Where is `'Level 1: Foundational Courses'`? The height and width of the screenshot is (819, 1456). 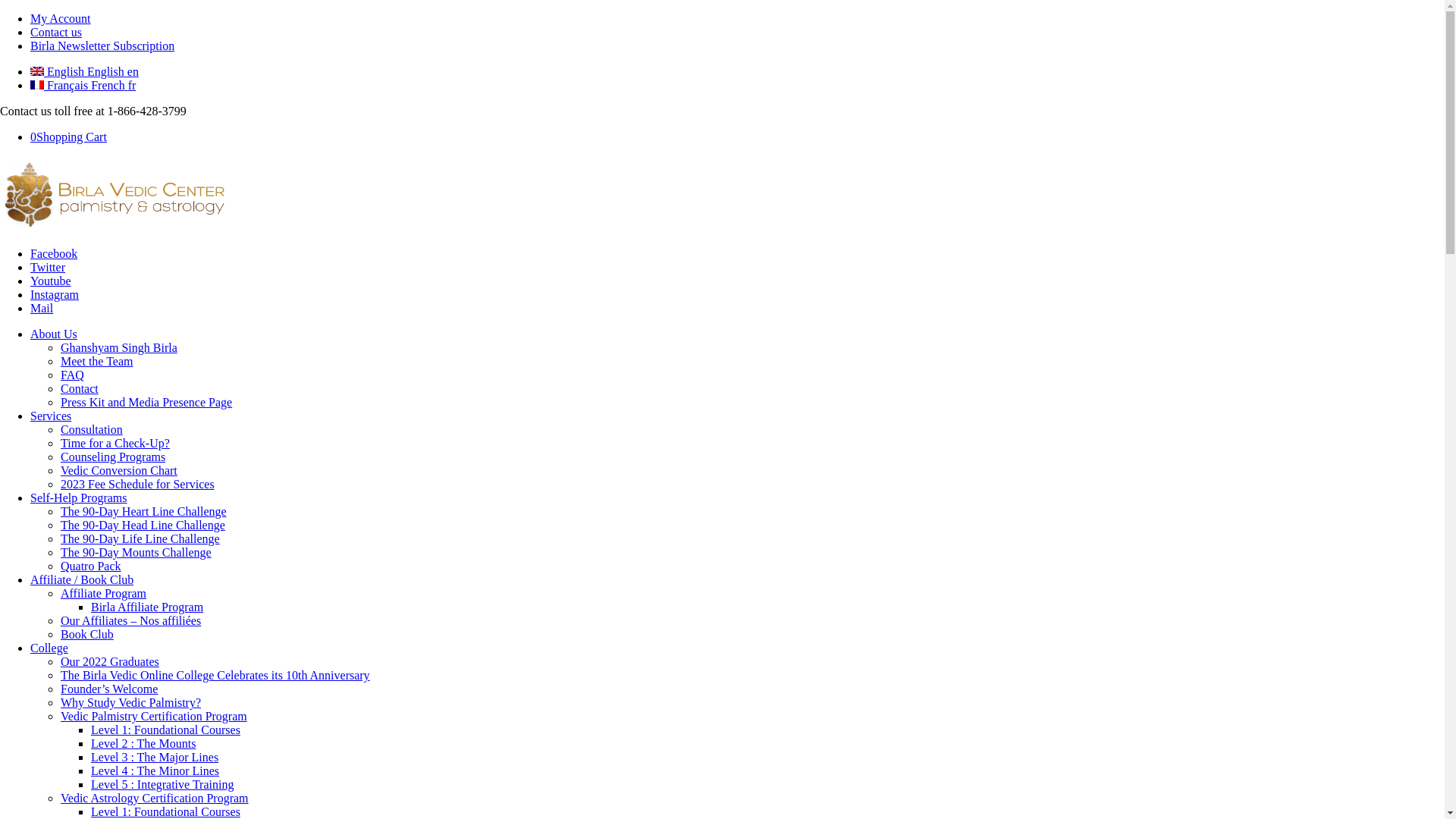 'Level 1: Foundational Courses' is located at coordinates (165, 811).